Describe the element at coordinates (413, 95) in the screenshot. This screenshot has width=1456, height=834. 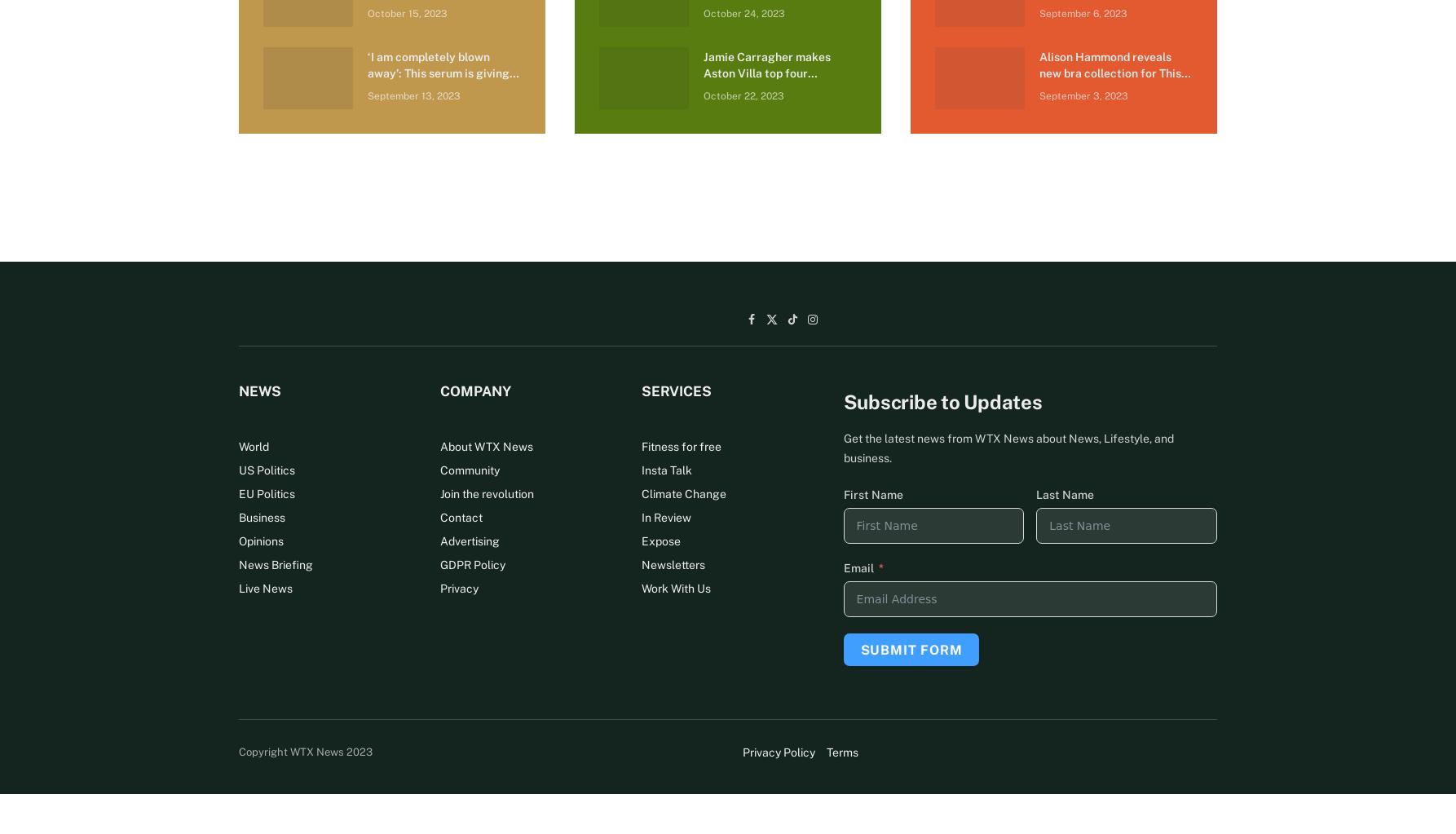
I see `'September 13, 2023'` at that location.